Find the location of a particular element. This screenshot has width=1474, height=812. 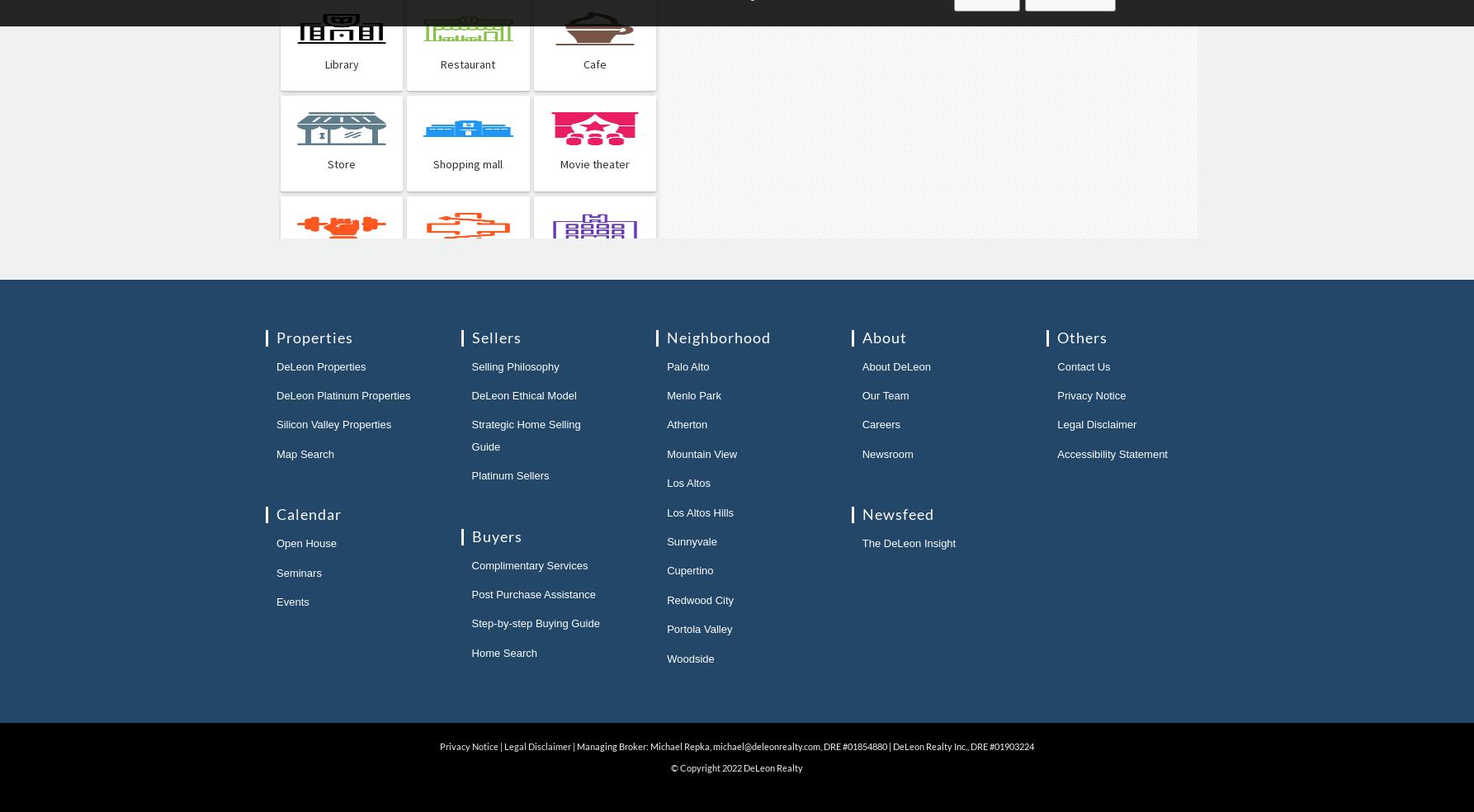

'Shopping mall' is located at coordinates (467, 163).